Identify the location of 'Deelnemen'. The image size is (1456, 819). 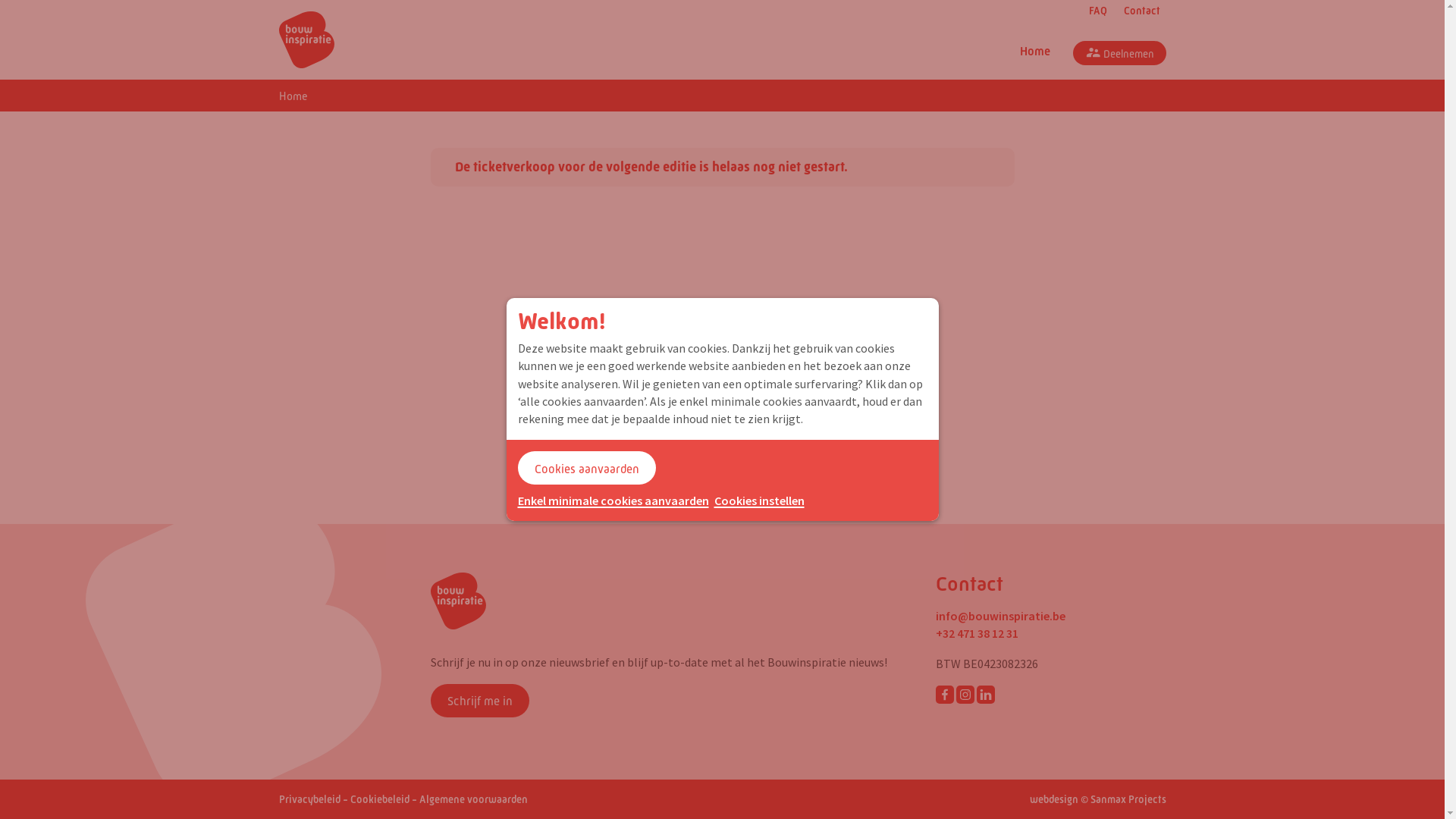
(1119, 52).